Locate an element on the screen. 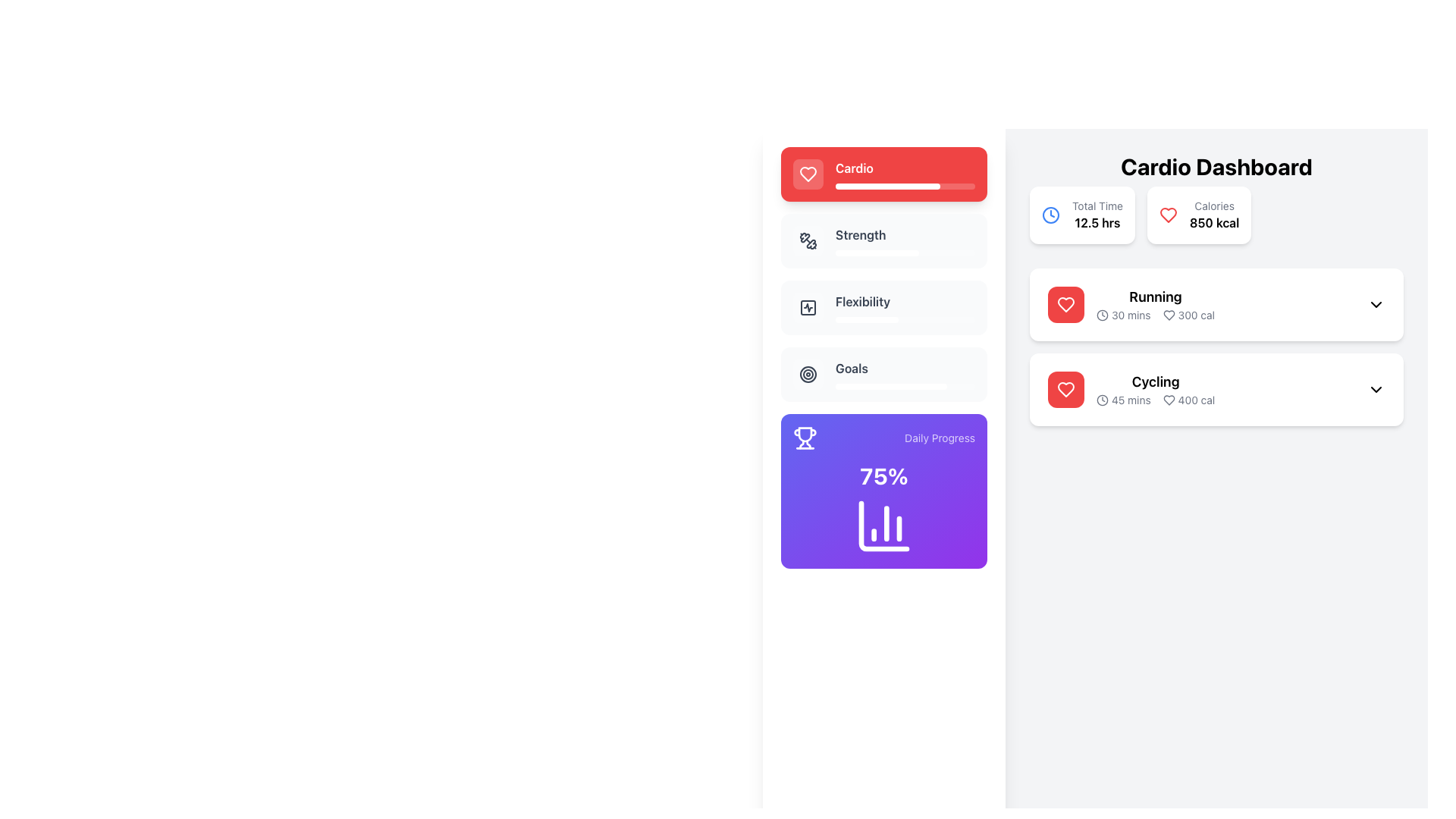 The width and height of the screenshot is (1456, 819). slim, horizontally stretched progress bar with rounded edges located below the 'Goals' text, which is filled approximately 80% of its width is located at coordinates (905, 385).